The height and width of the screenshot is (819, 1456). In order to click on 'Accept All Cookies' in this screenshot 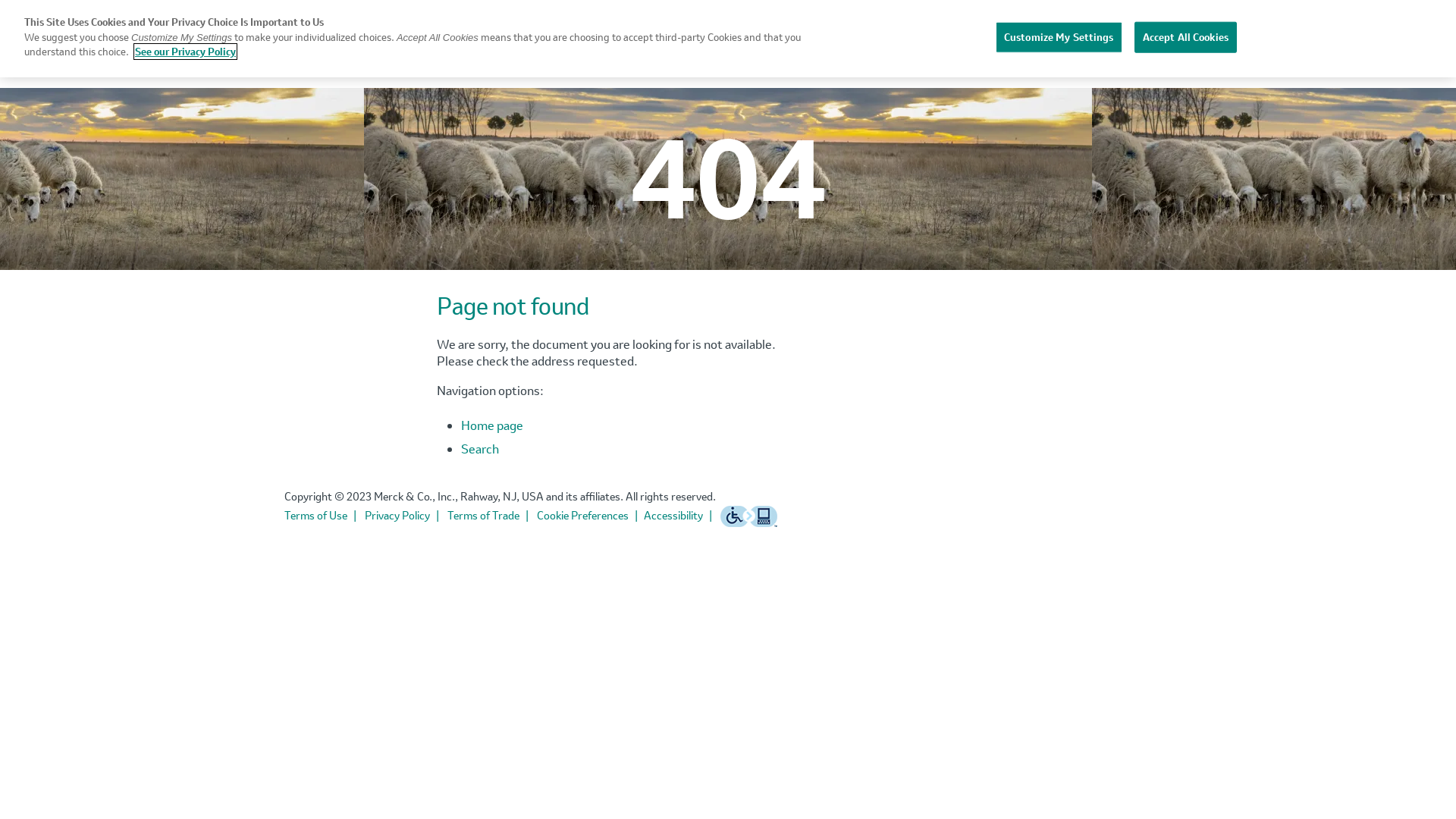, I will do `click(1185, 36)`.